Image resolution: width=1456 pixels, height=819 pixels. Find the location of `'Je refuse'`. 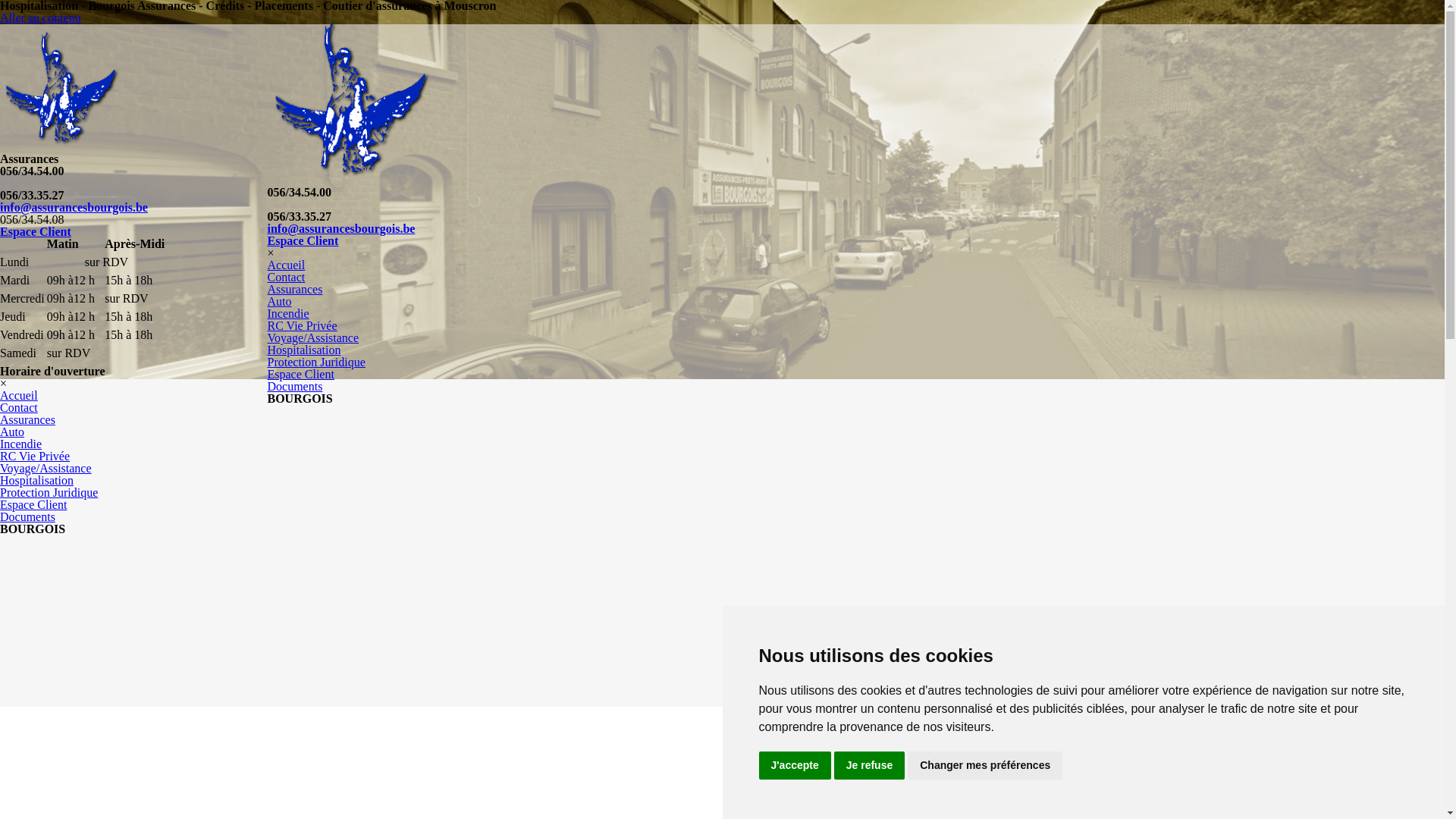

'Je refuse' is located at coordinates (869, 765).